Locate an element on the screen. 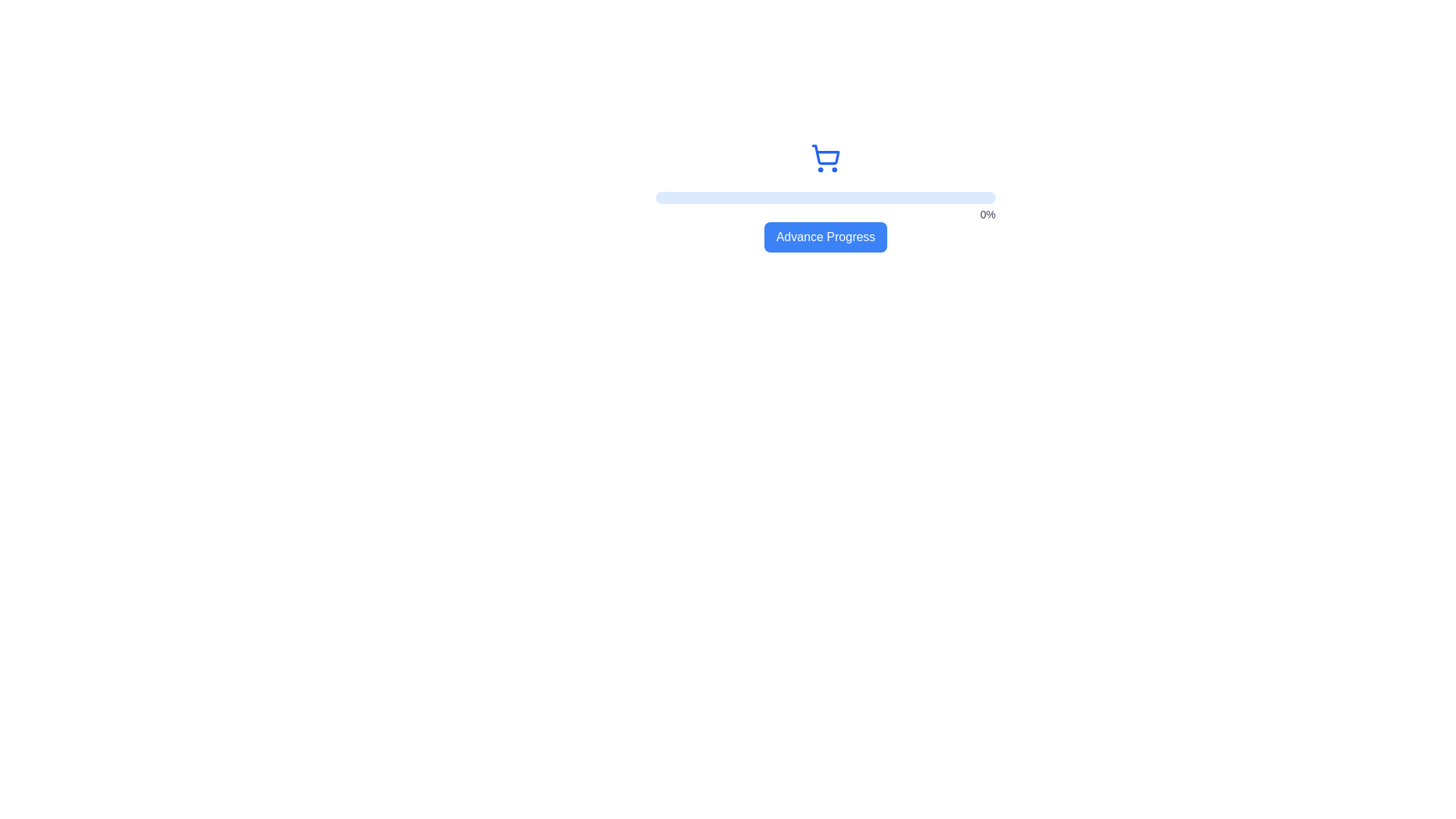  text value from the progress label indicating the progress level, which currently shows 0%. This label is located at the top-right corner of the progress bar is located at coordinates (987, 214).